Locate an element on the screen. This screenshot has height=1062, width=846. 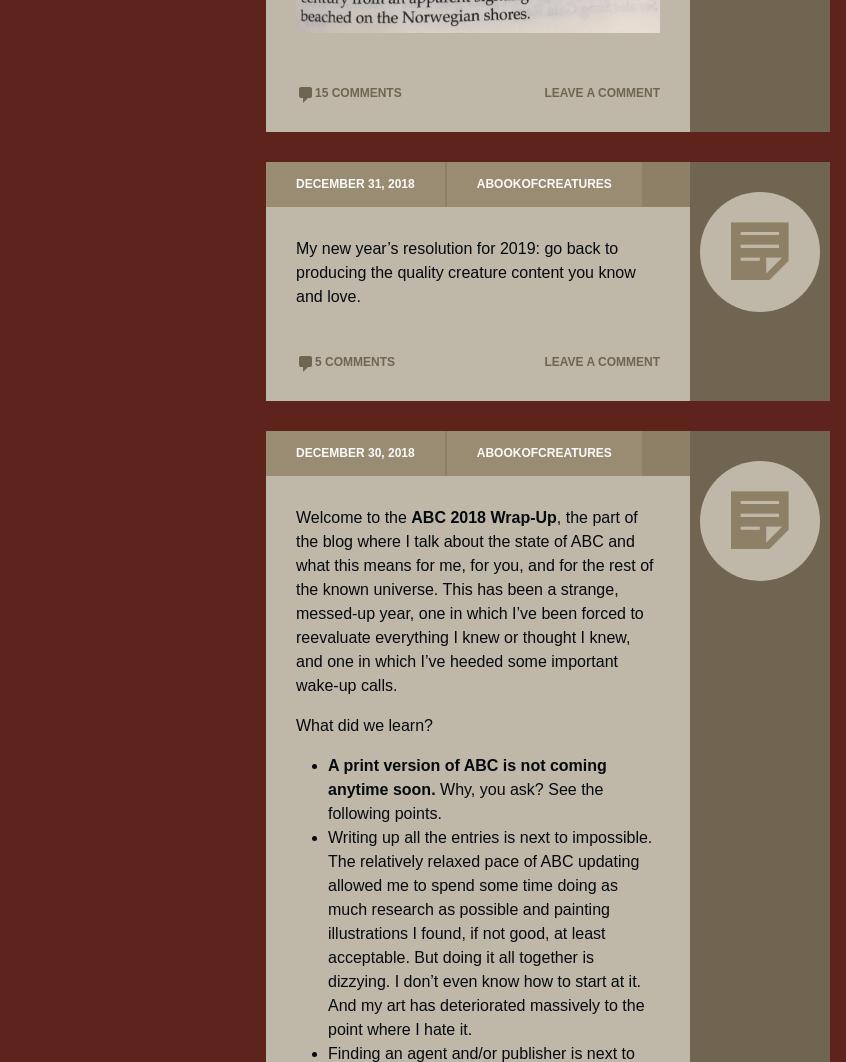
'5 Comments' is located at coordinates (354, 361).